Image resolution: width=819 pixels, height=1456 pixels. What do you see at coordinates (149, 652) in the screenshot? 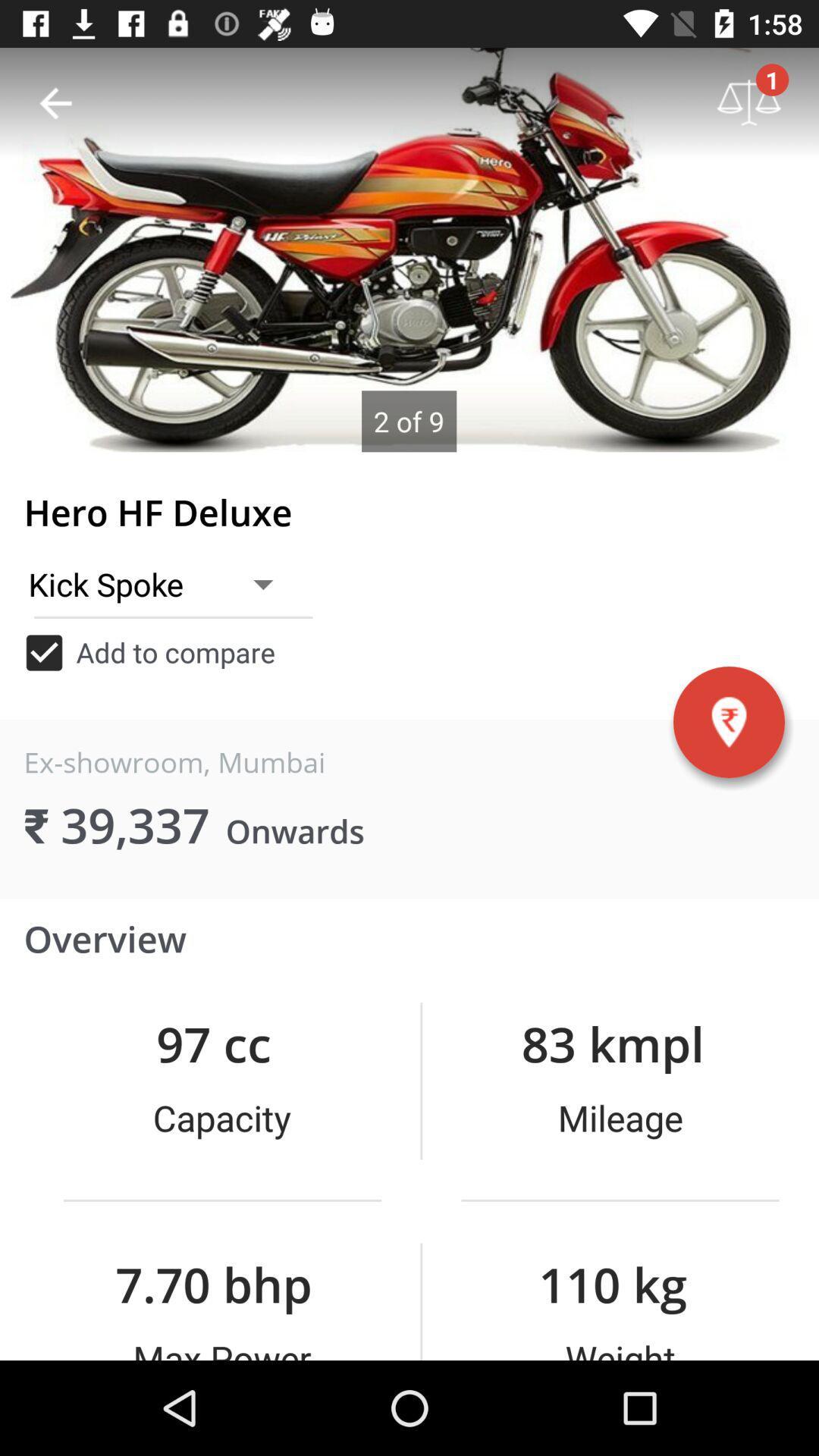
I see `add to compare` at bounding box center [149, 652].